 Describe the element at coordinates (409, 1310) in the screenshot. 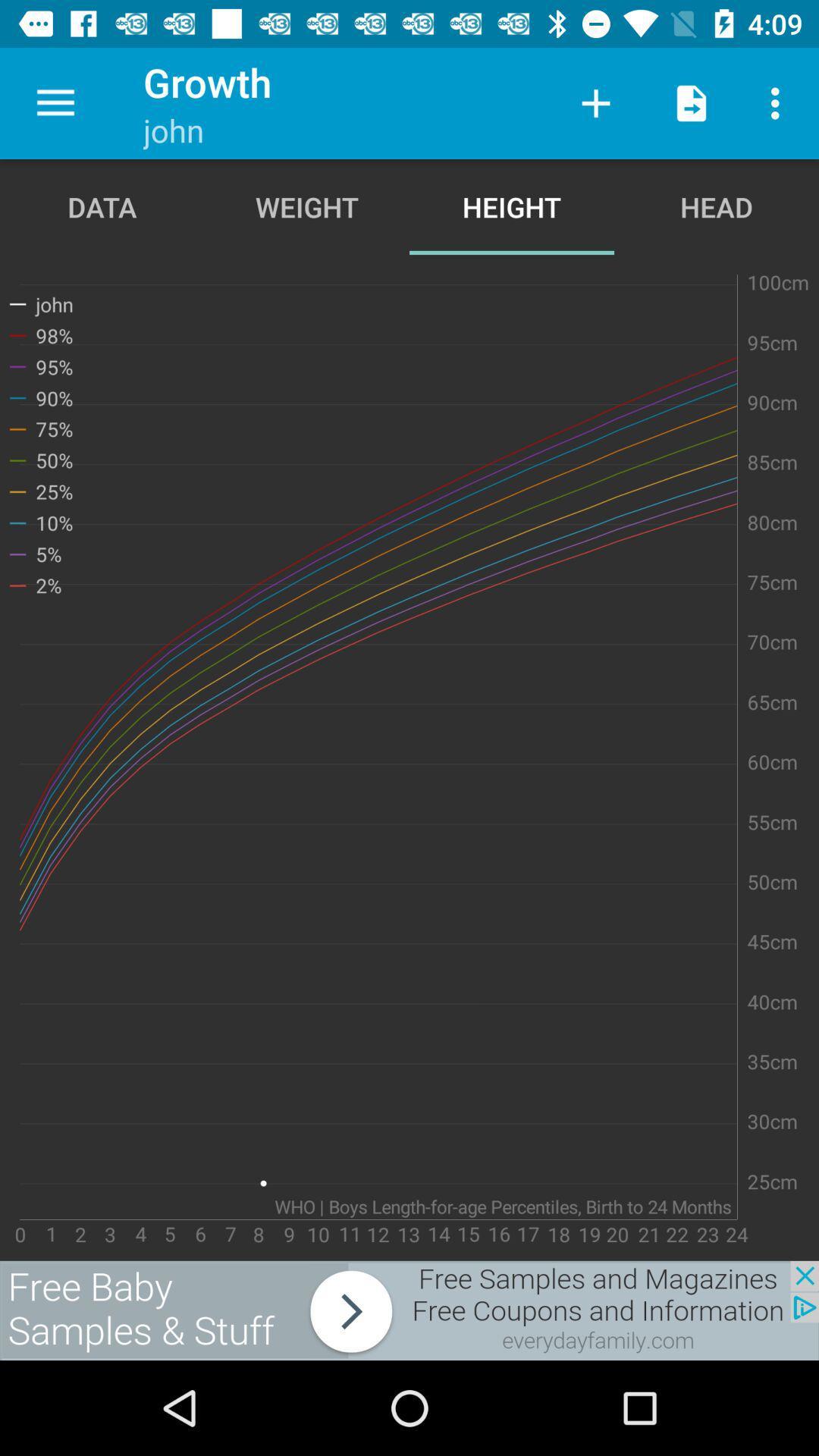

I see `open advertisement` at that location.